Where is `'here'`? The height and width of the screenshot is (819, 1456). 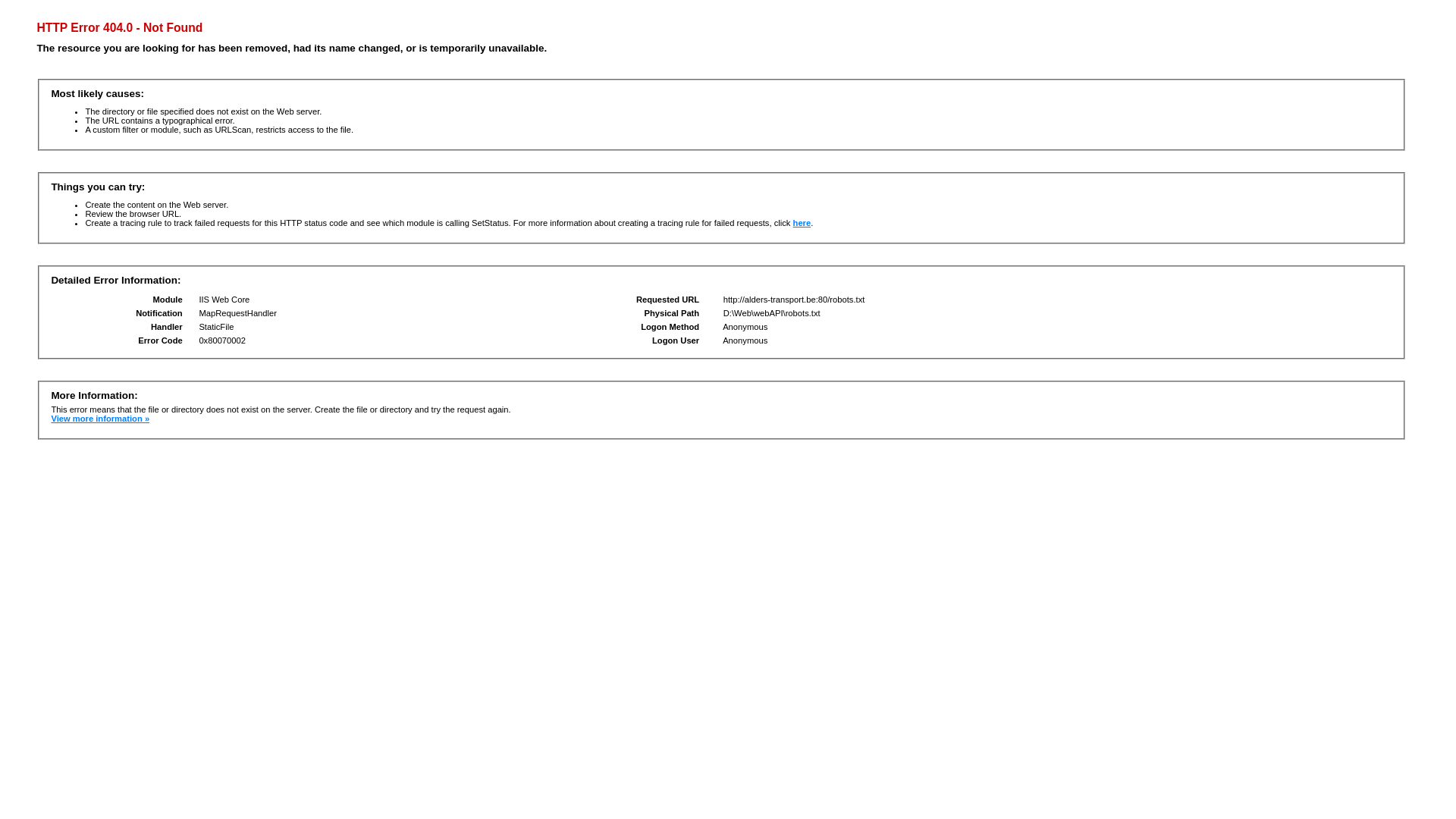 'here' is located at coordinates (801, 222).